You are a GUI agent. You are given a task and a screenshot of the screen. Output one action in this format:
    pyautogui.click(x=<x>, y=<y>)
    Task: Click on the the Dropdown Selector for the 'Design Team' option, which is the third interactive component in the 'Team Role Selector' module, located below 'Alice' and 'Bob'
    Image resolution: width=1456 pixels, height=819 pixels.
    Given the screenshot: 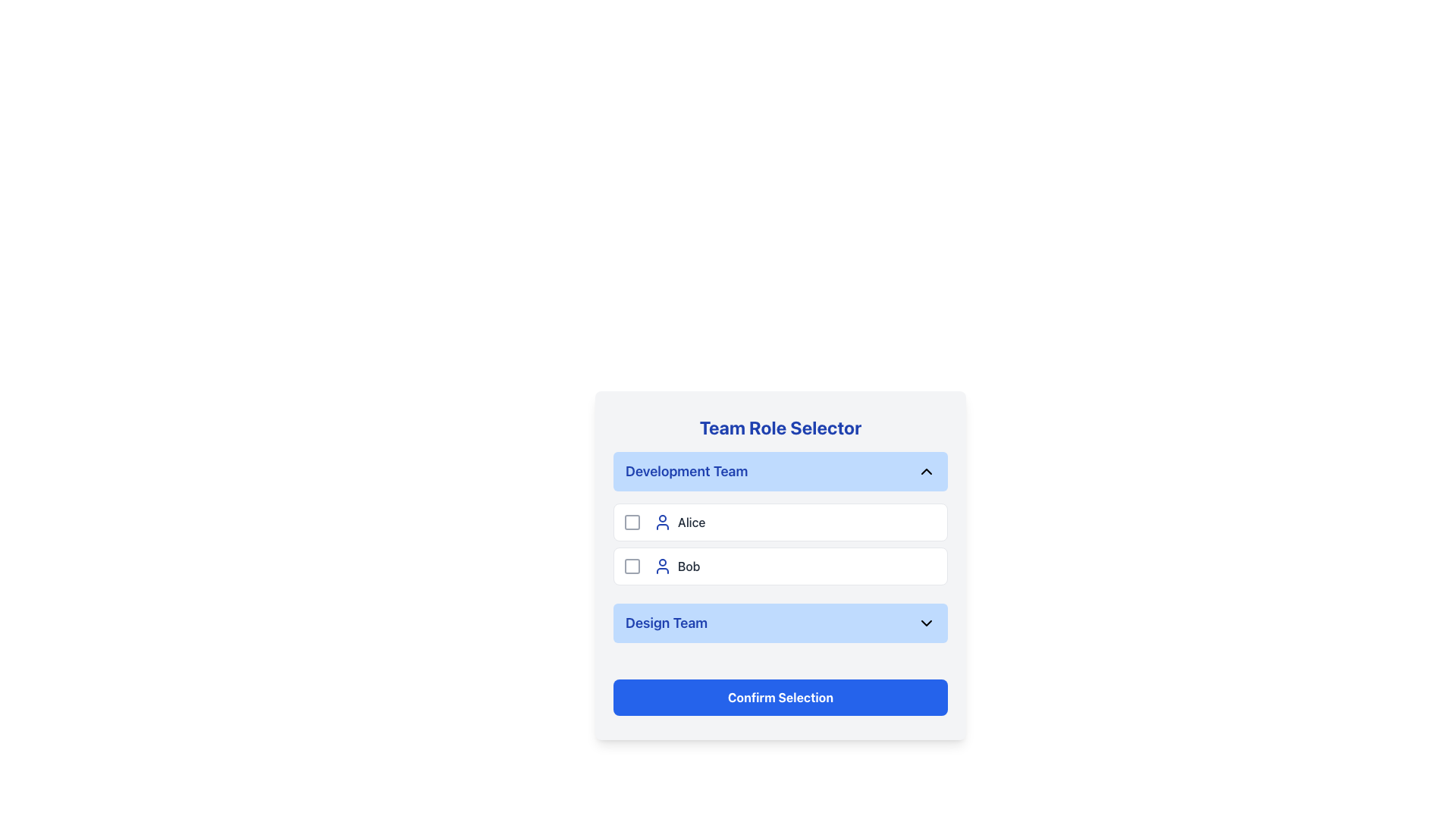 What is the action you would take?
    pyautogui.click(x=780, y=623)
    